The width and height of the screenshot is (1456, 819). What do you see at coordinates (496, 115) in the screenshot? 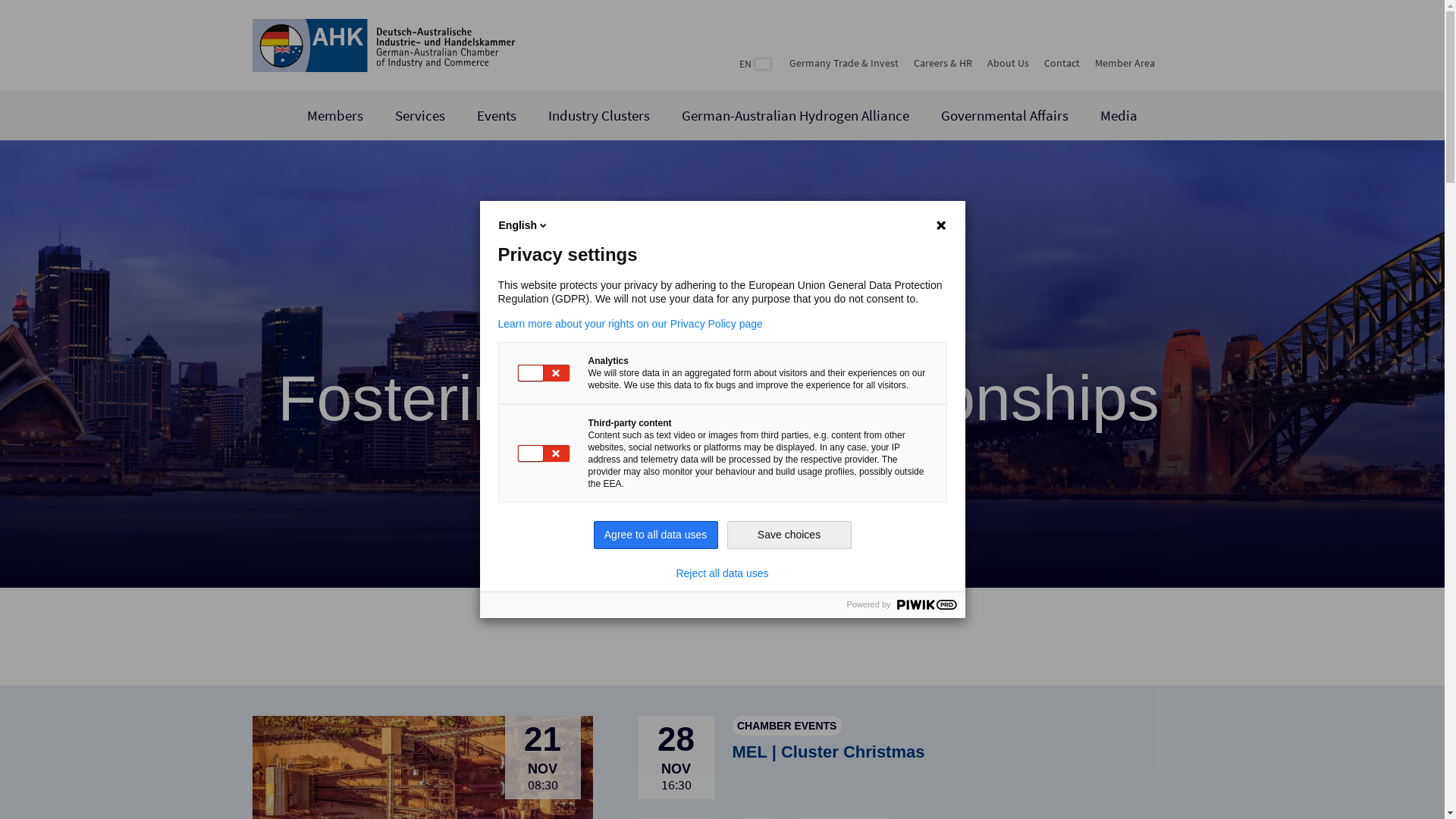
I see `'Events'` at bounding box center [496, 115].